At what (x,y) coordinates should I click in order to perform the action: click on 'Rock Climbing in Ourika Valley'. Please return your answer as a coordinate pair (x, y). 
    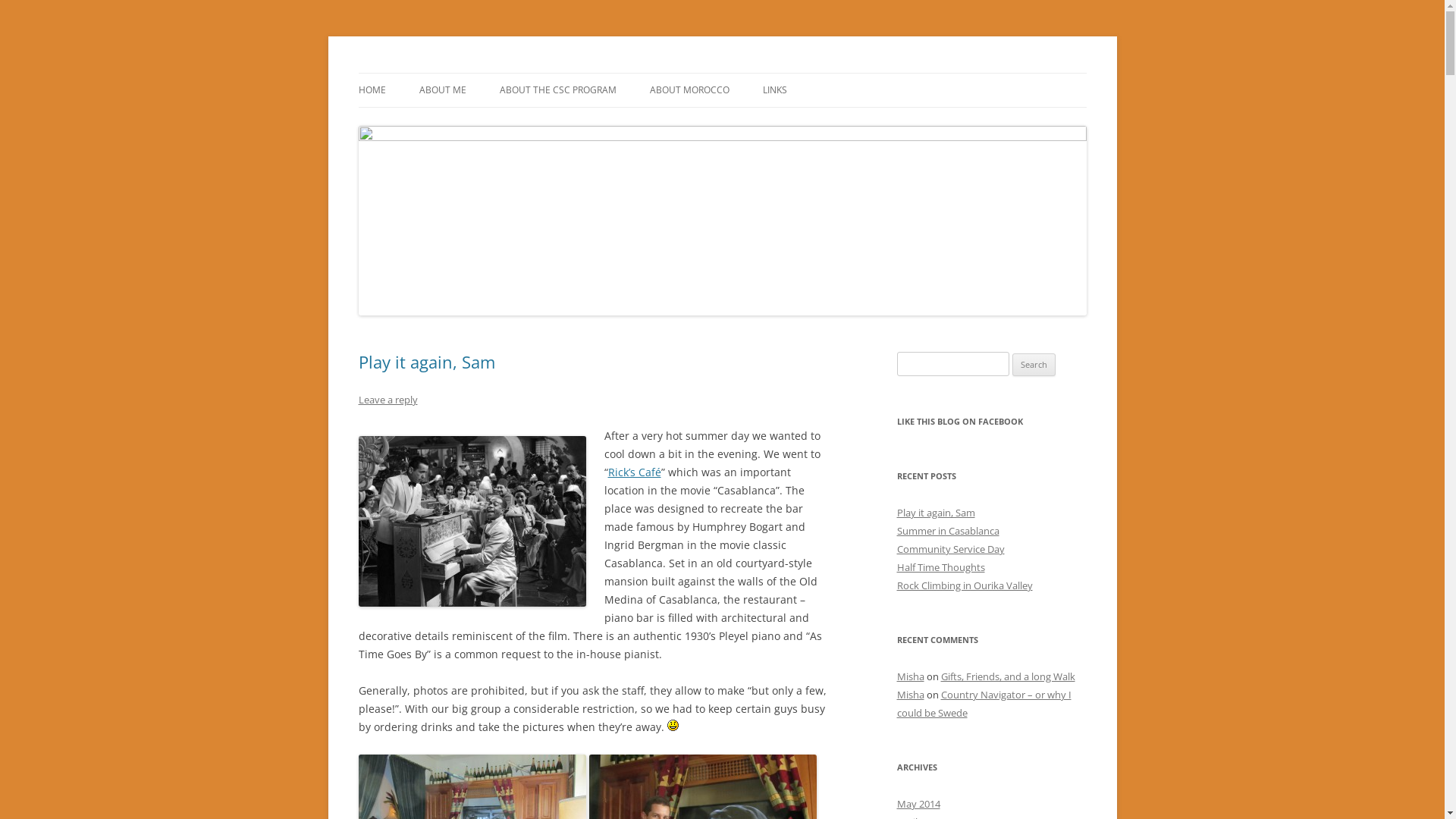
    Looking at the image, I should click on (896, 584).